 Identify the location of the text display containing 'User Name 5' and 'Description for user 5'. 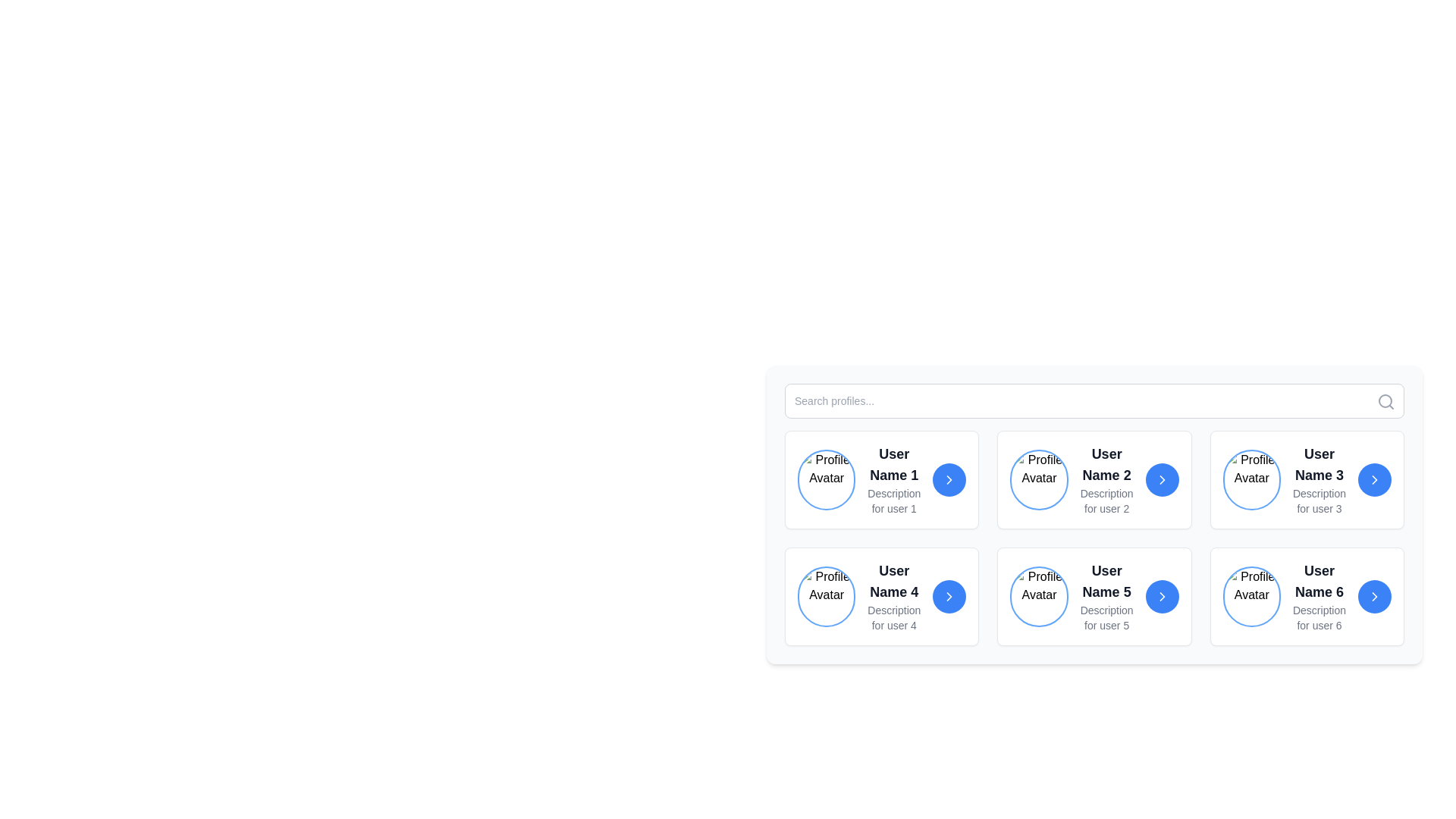
(1106, 595).